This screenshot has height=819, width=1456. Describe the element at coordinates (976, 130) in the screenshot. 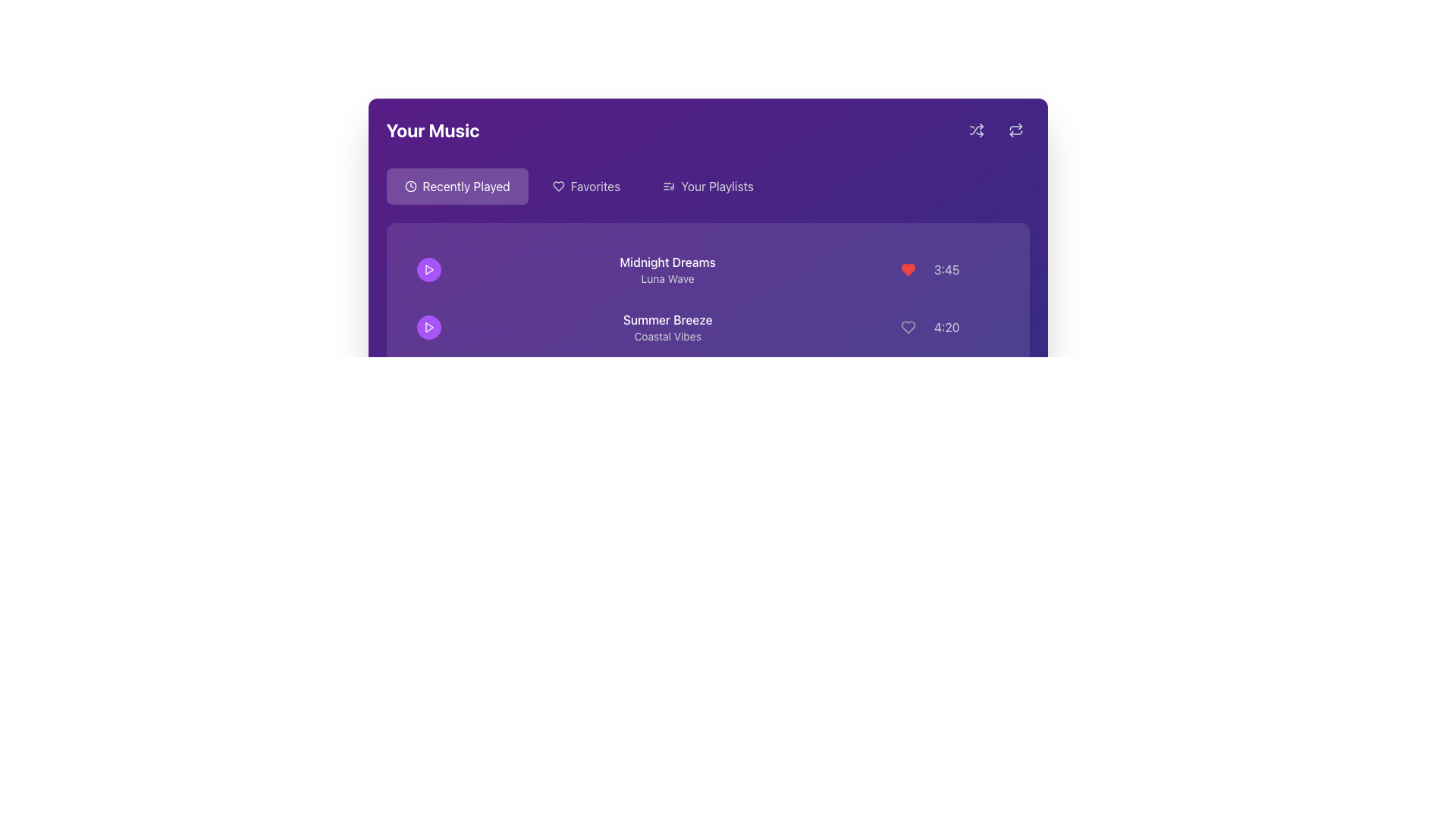

I see `the 'shuffle' icon button located in the top right corner of the interface` at that location.